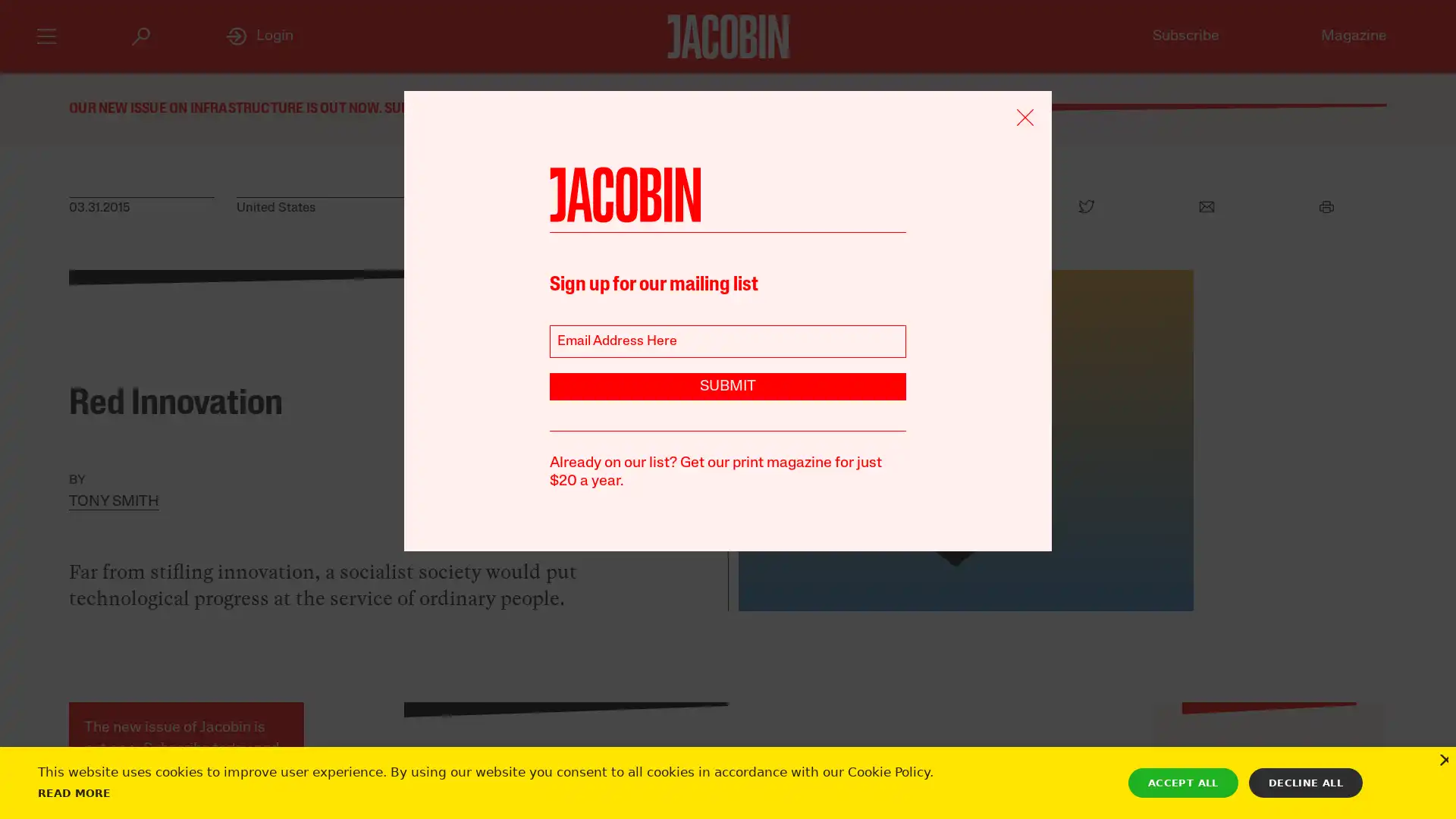 Image resolution: width=1456 pixels, height=819 pixels. What do you see at coordinates (1326, 206) in the screenshot?
I see `Print Icon` at bounding box center [1326, 206].